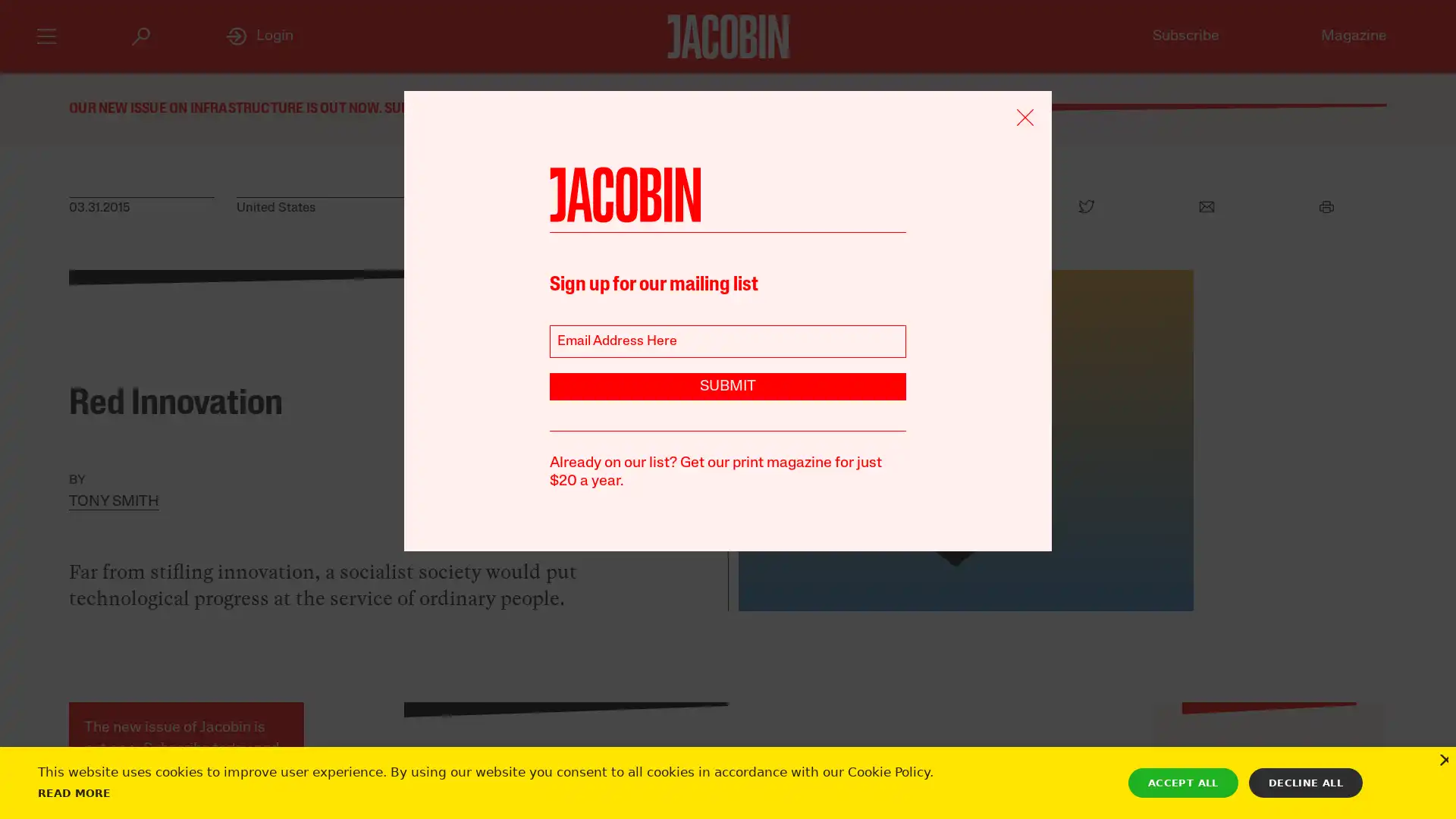 Image resolution: width=1456 pixels, height=819 pixels. What do you see at coordinates (1326, 206) in the screenshot?
I see `Print Icon` at bounding box center [1326, 206].